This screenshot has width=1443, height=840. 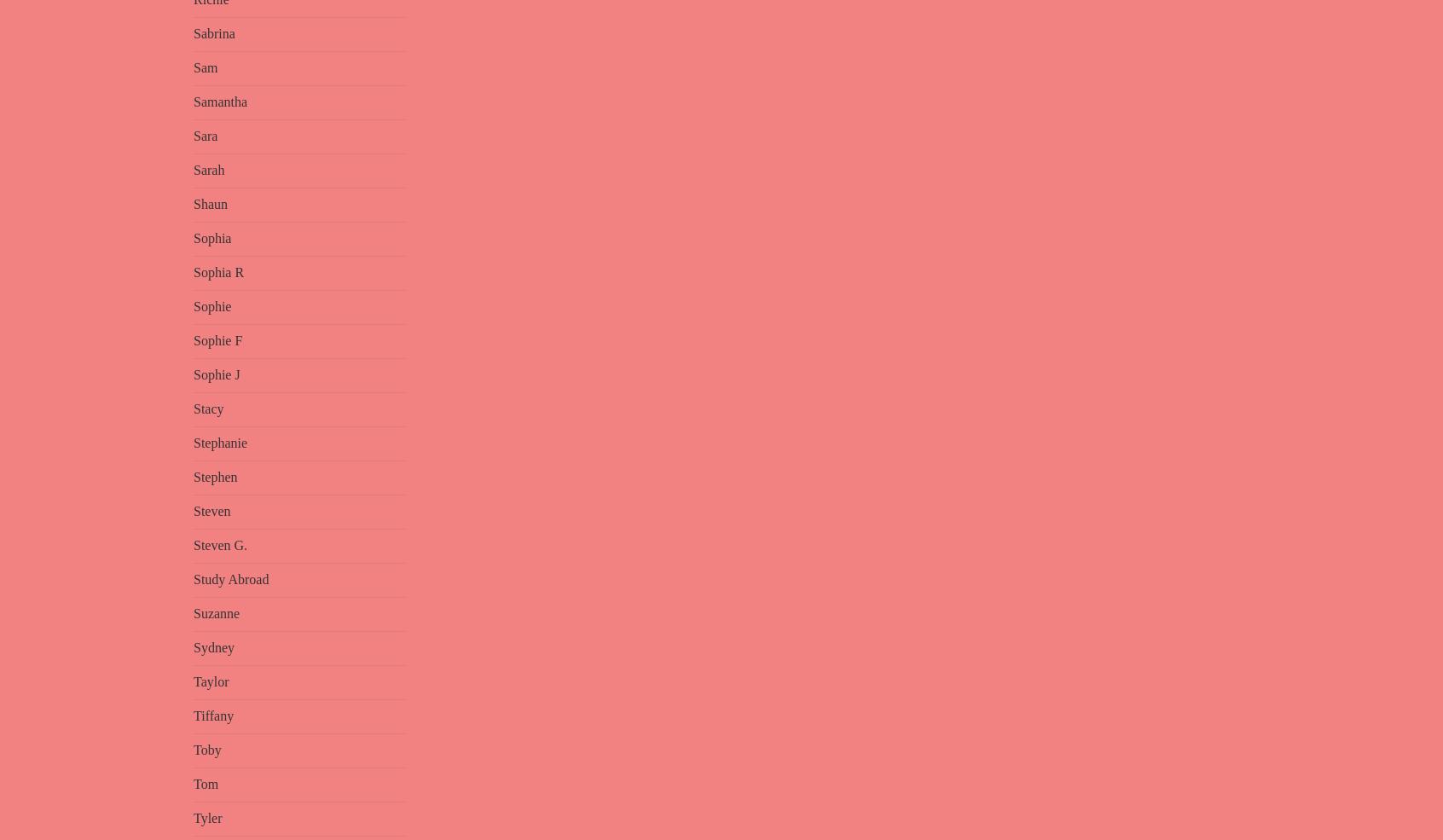 I want to click on 'Sophie', so click(x=212, y=306).